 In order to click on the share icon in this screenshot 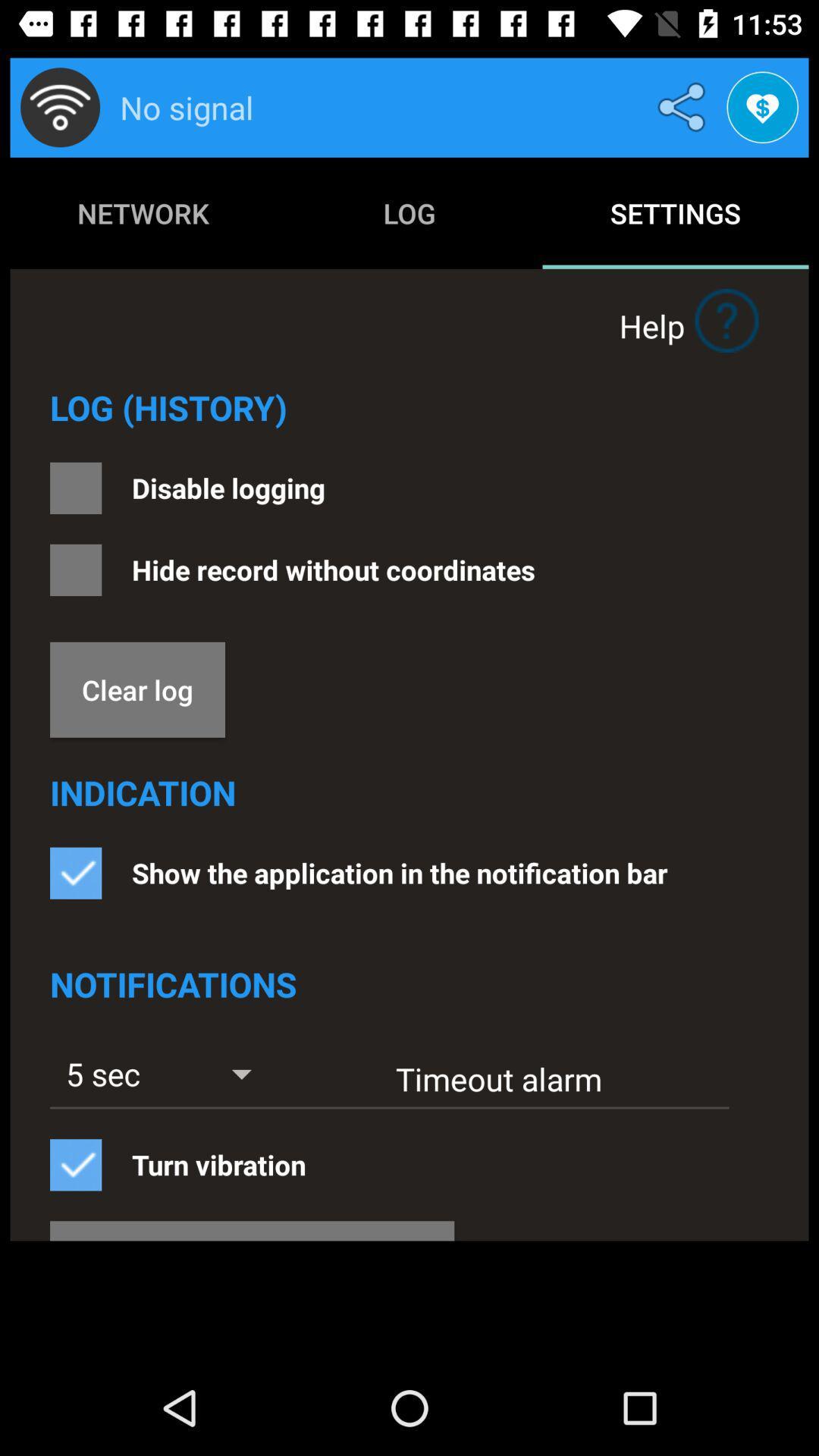, I will do `click(684, 106)`.